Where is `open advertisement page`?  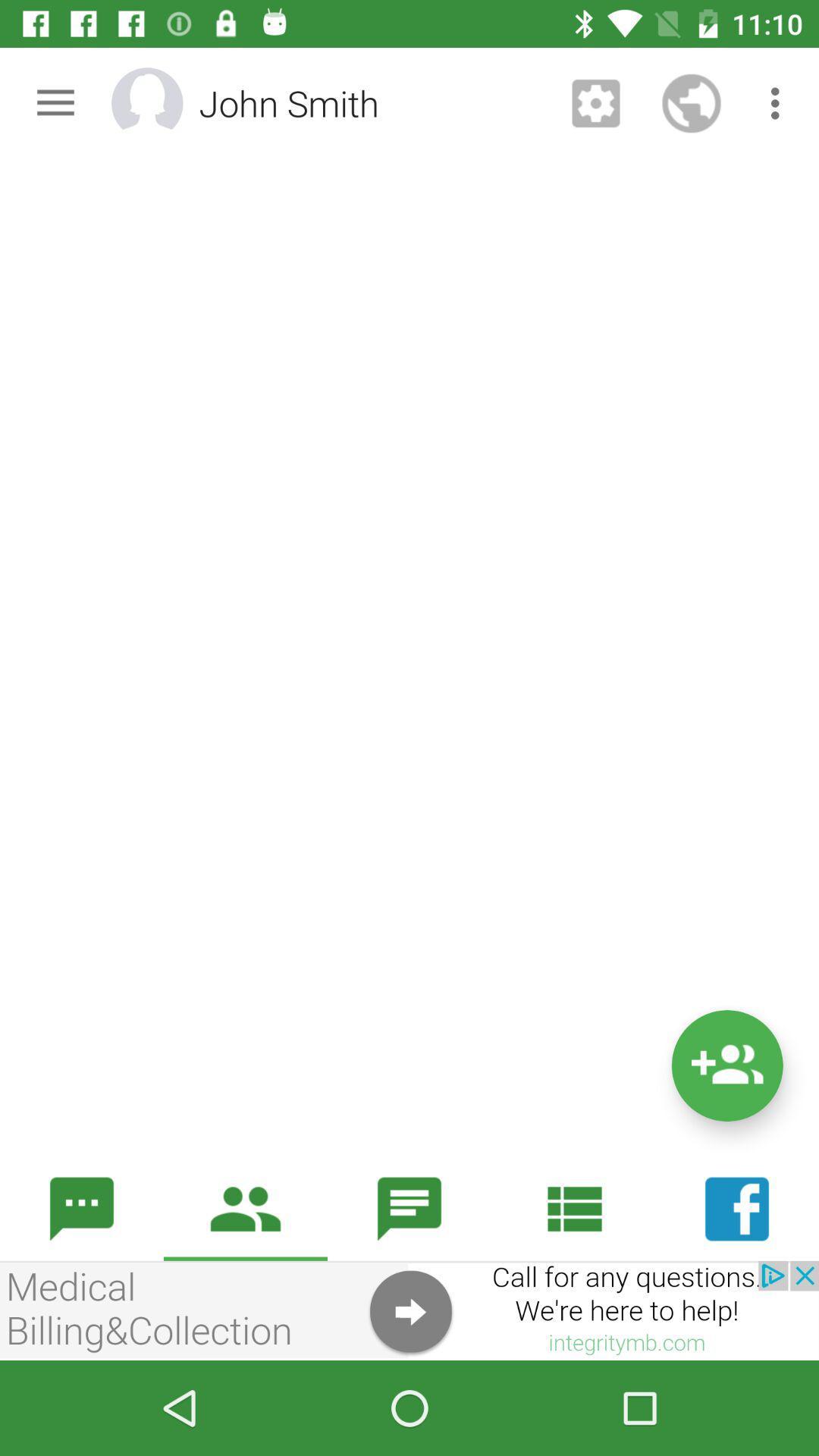 open advertisement page is located at coordinates (409, 1310).